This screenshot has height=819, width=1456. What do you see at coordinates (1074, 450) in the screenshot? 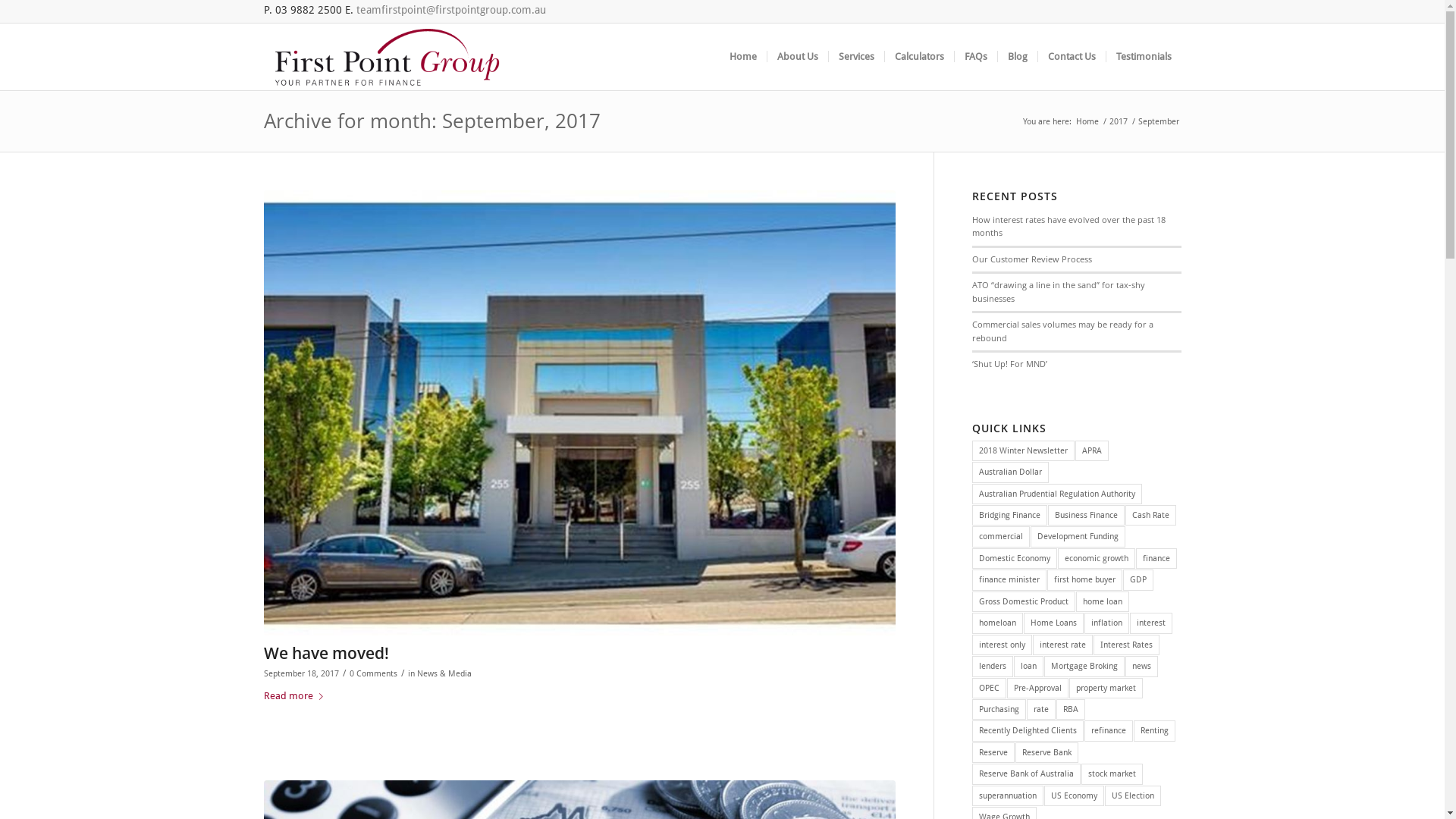
I see `'APRA'` at bounding box center [1074, 450].